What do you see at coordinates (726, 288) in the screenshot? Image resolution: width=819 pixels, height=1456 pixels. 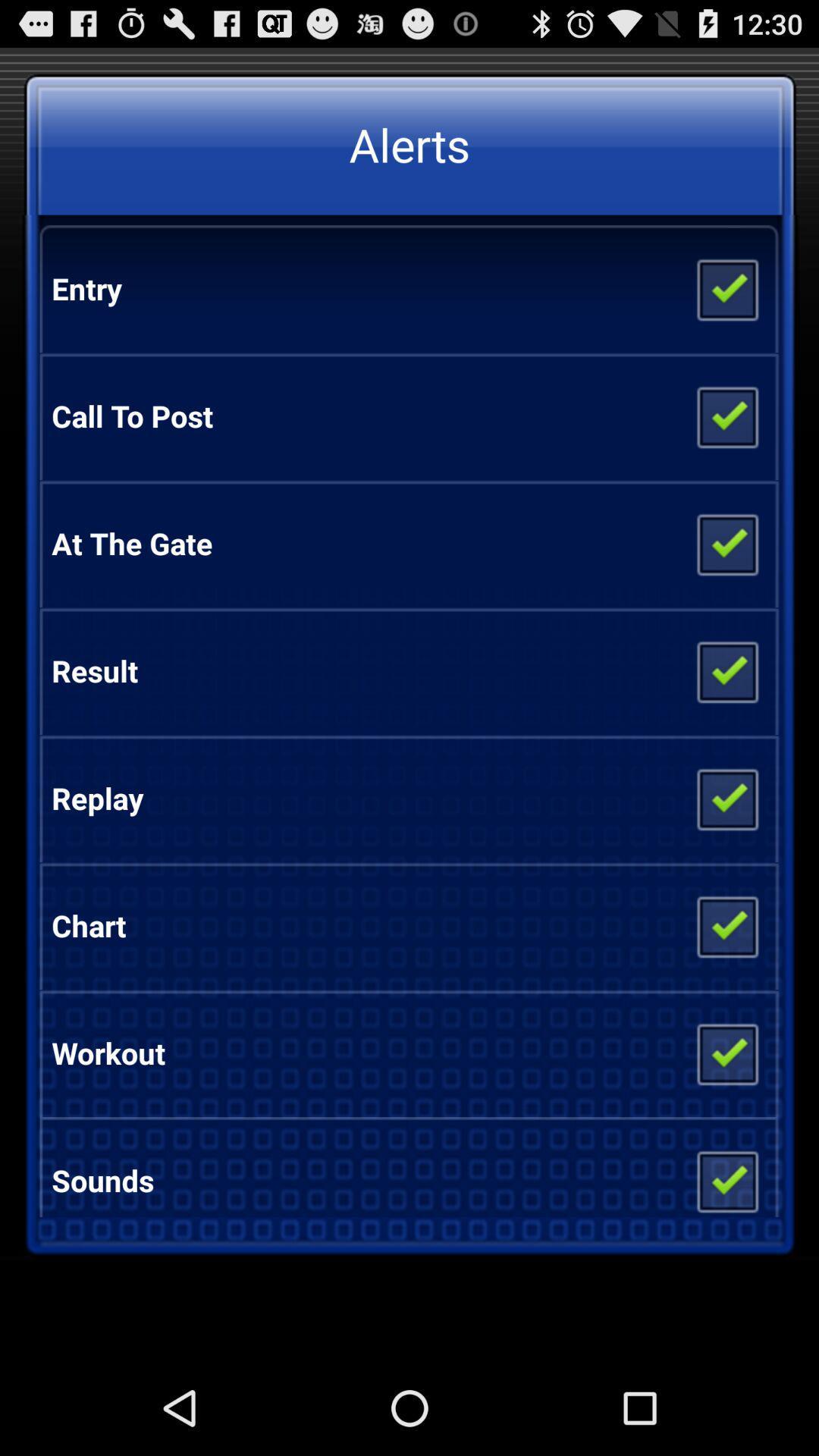 I see `deselect entry` at bounding box center [726, 288].